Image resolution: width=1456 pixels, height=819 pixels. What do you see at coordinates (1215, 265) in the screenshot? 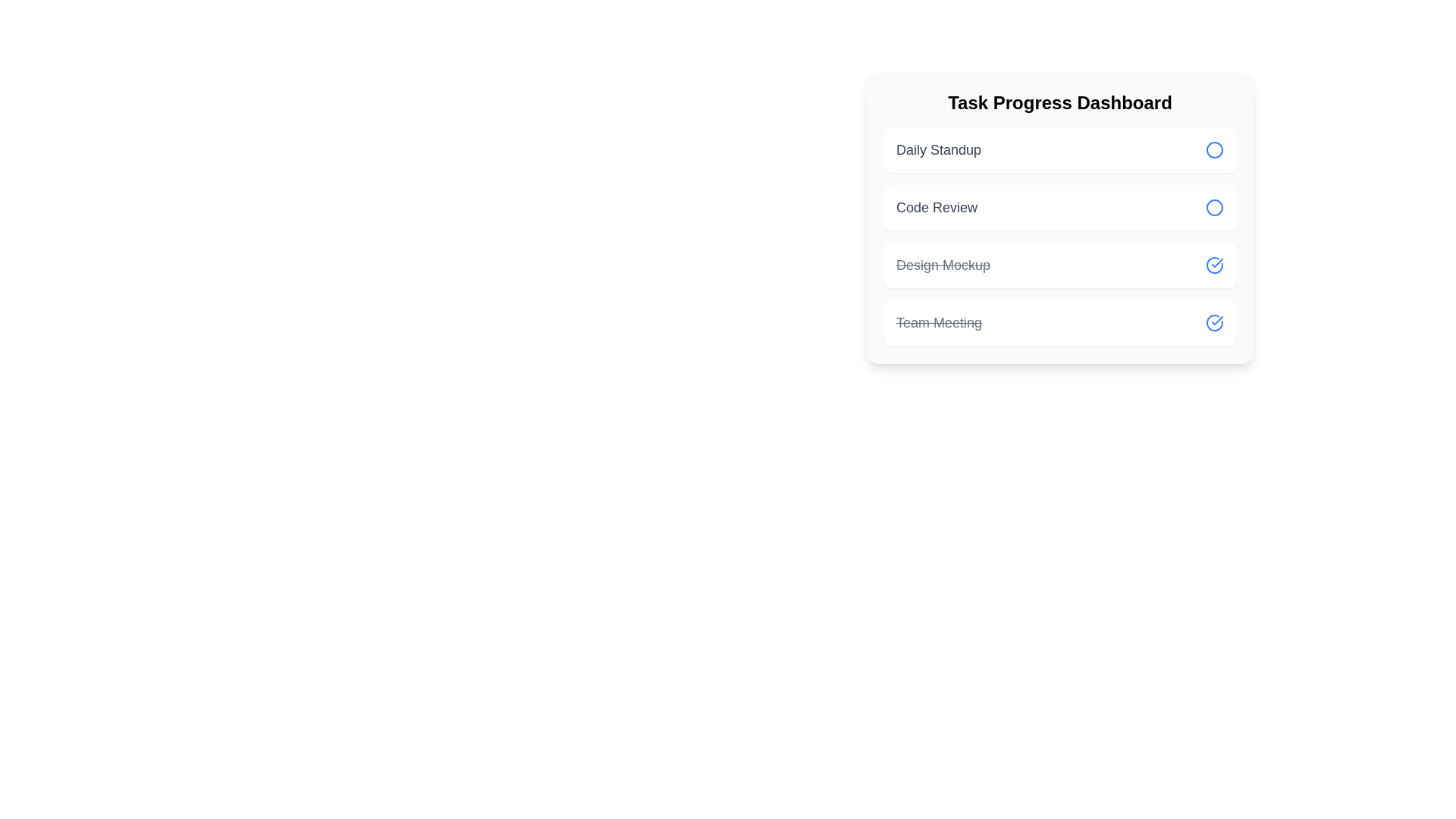
I see `the circular blue checkmark button located at the right side of the 'Design Mockup' row in the 'Task Progress Dashboard'` at bounding box center [1215, 265].